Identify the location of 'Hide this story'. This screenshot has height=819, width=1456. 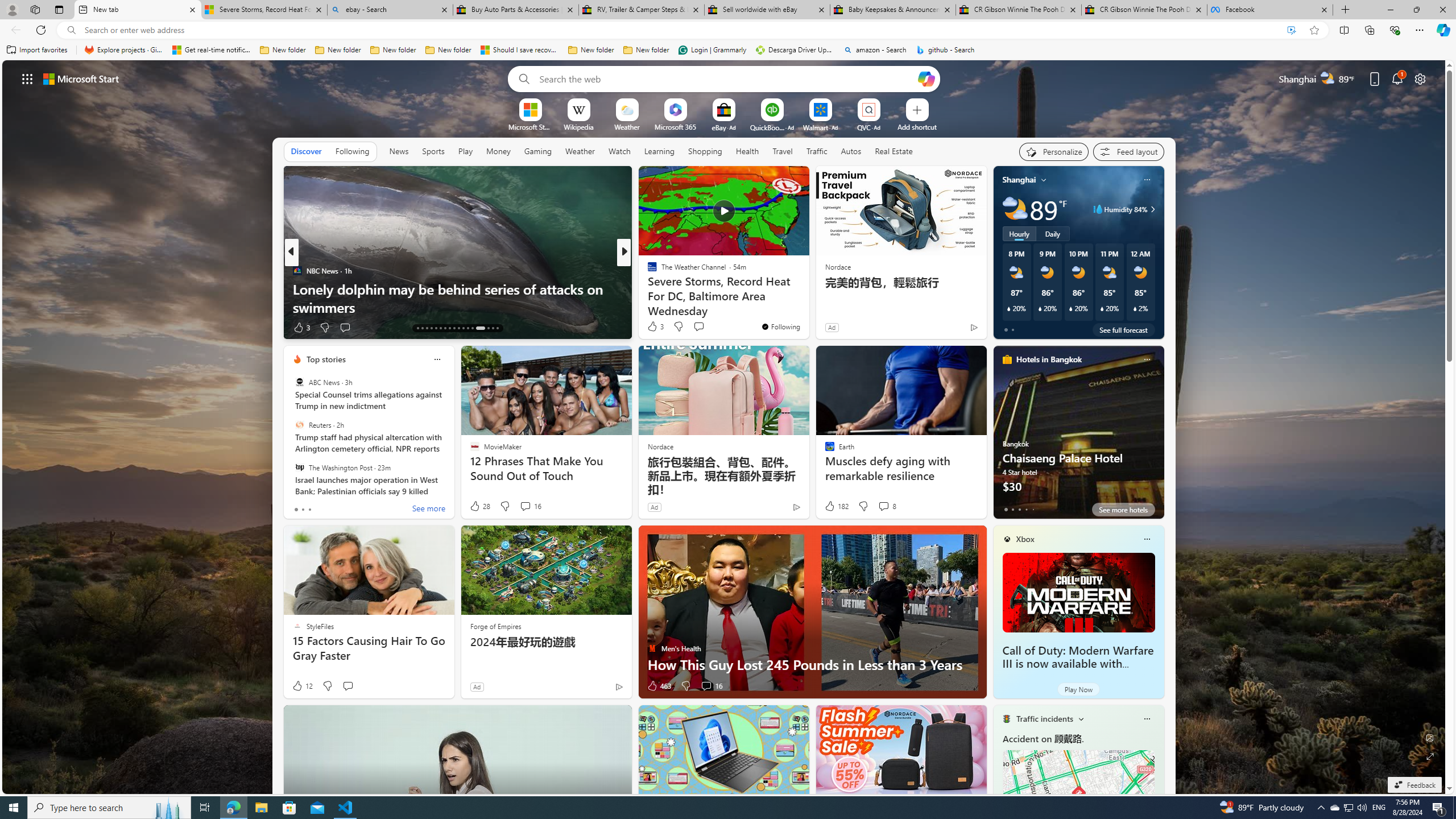
(775, 179).